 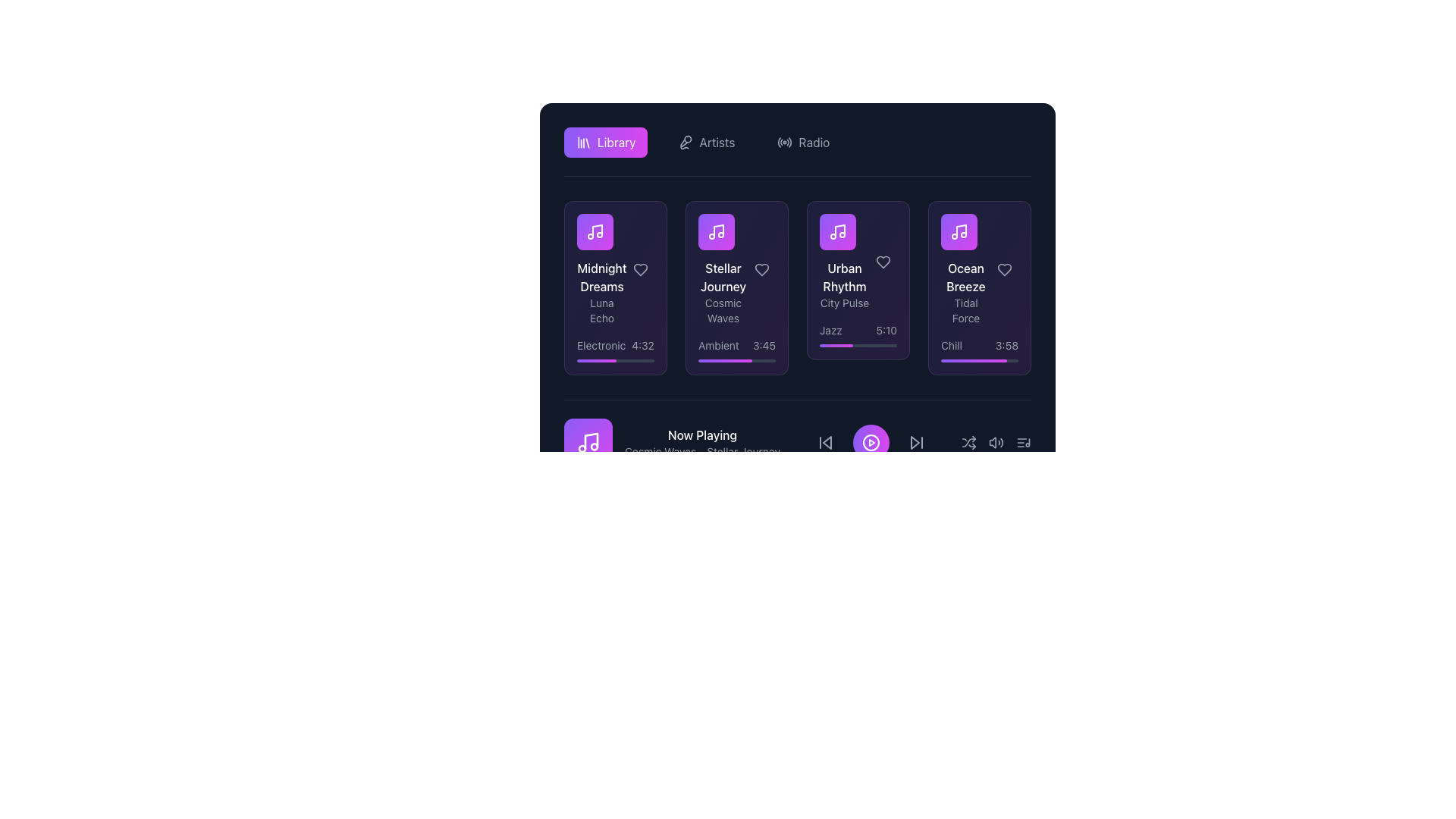 I want to click on the text label titled 'Stellar Journey', which is positioned below an icon and above the text element 'Cosmic Waves', so click(x=723, y=278).